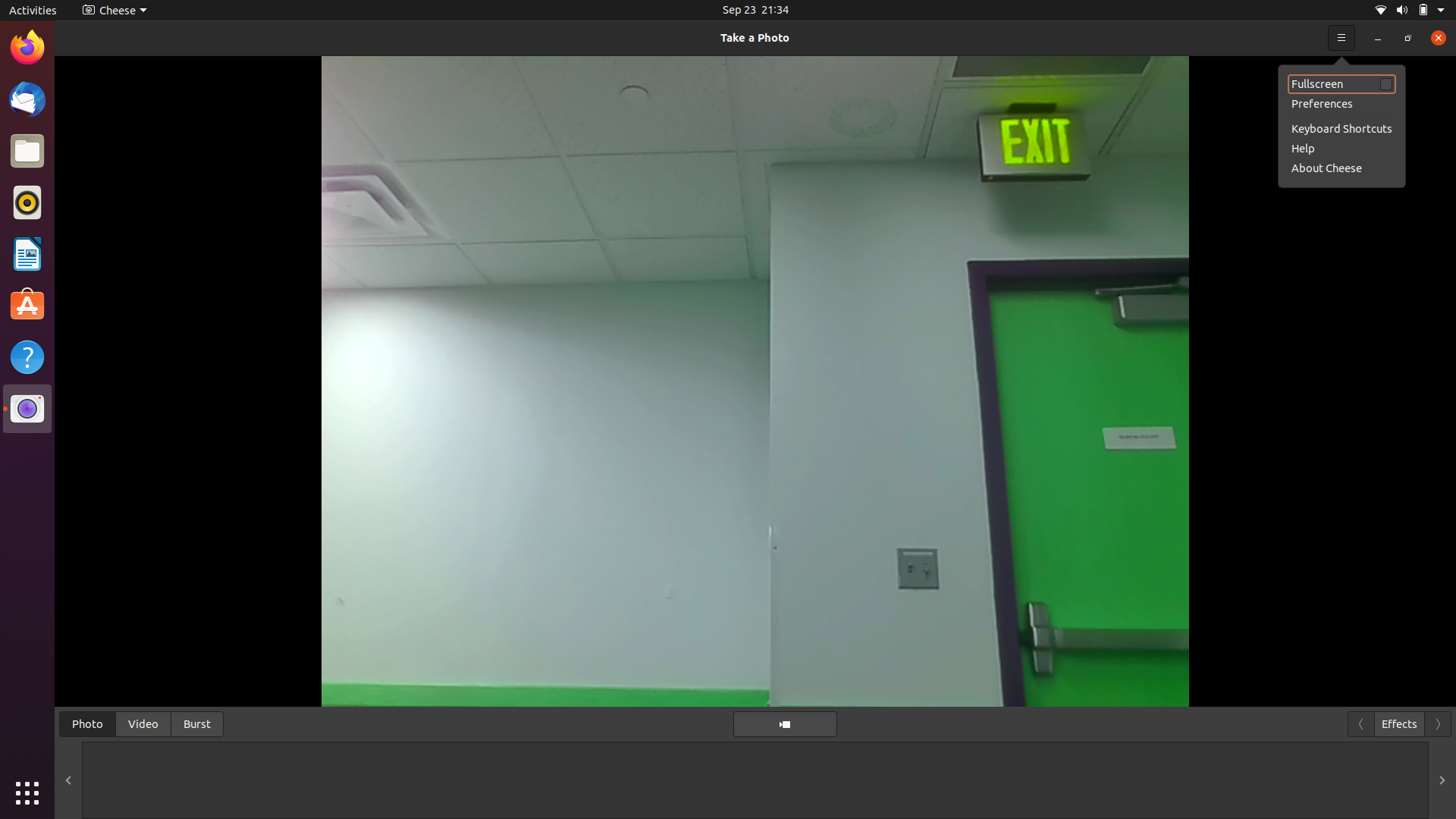 The width and height of the screenshot is (1456, 819). What do you see at coordinates (143, 722) in the screenshot?
I see `all stored video recordings` at bounding box center [143, 722].